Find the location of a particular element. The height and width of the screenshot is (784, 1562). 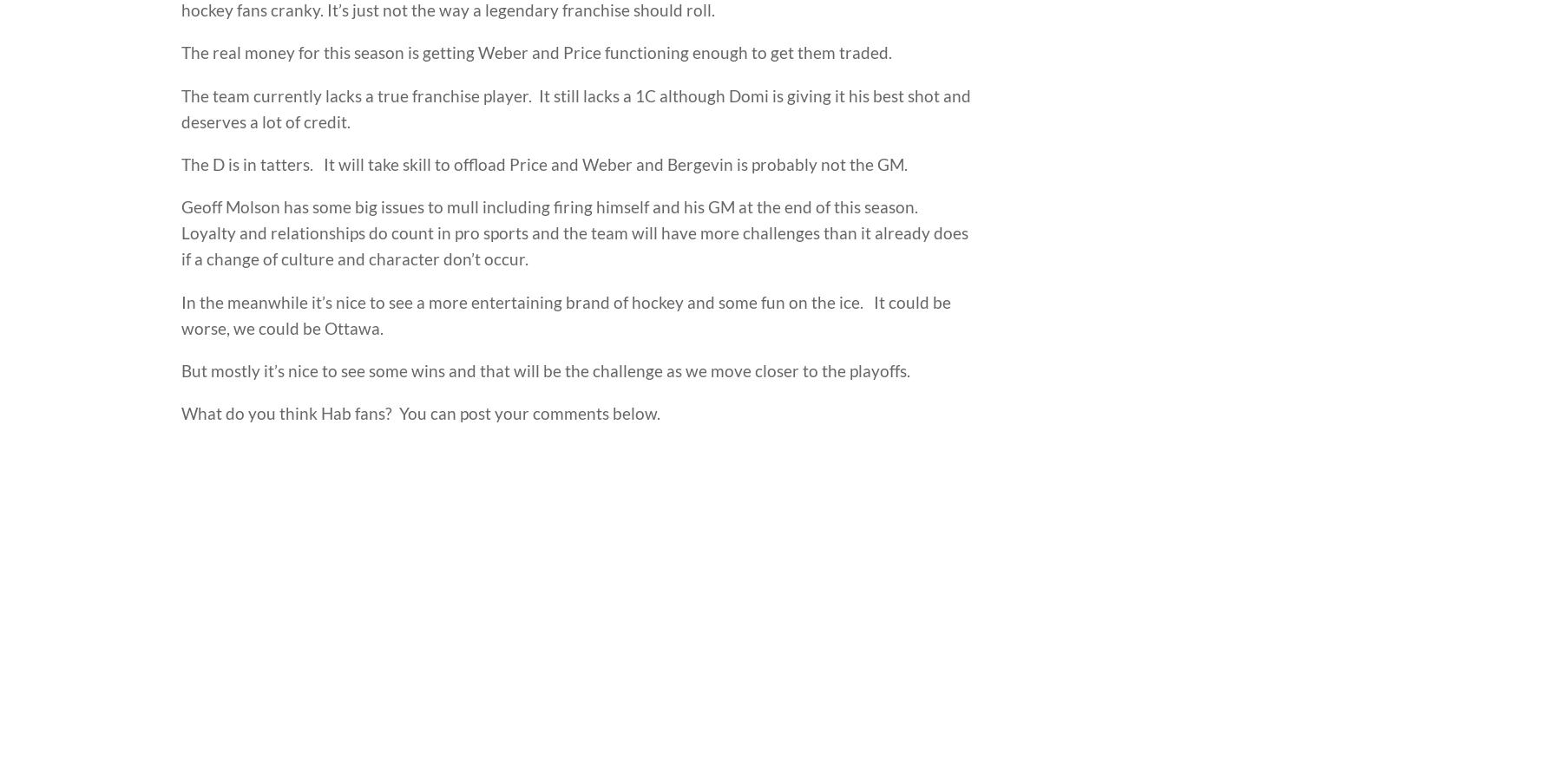

'Health & Wellness' is located at coordinates (692, 483).